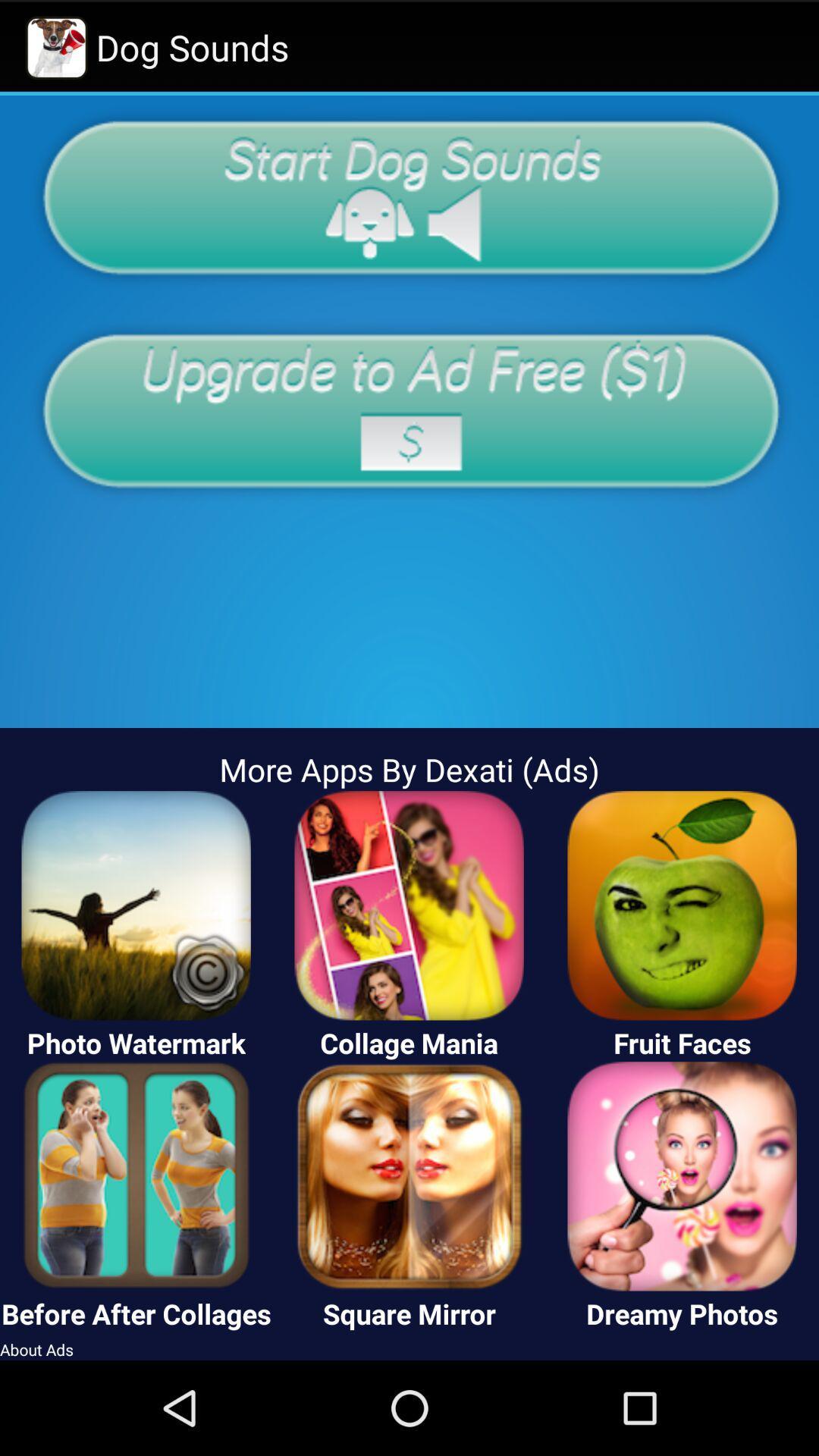 Image resolution: width=819 pixels, height=1456 pixels. What do you see at coordinates (409, 410) in the screenshot?
I see `upgrade to advertisement free` at bounding box center [409, 410].